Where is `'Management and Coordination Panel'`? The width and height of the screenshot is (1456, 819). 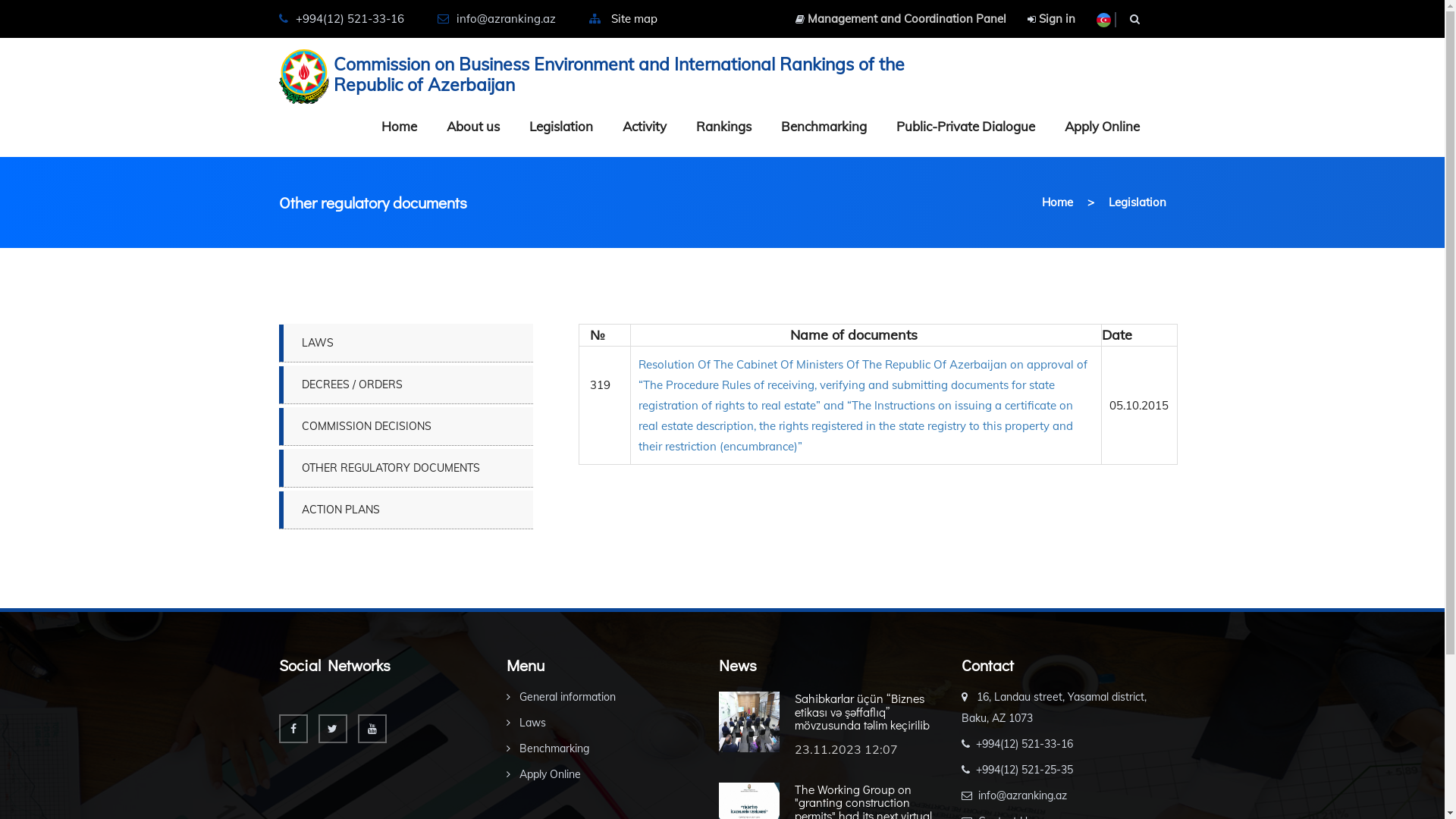 'Management and Coordination Panel' is located at coordinates (899, 18).